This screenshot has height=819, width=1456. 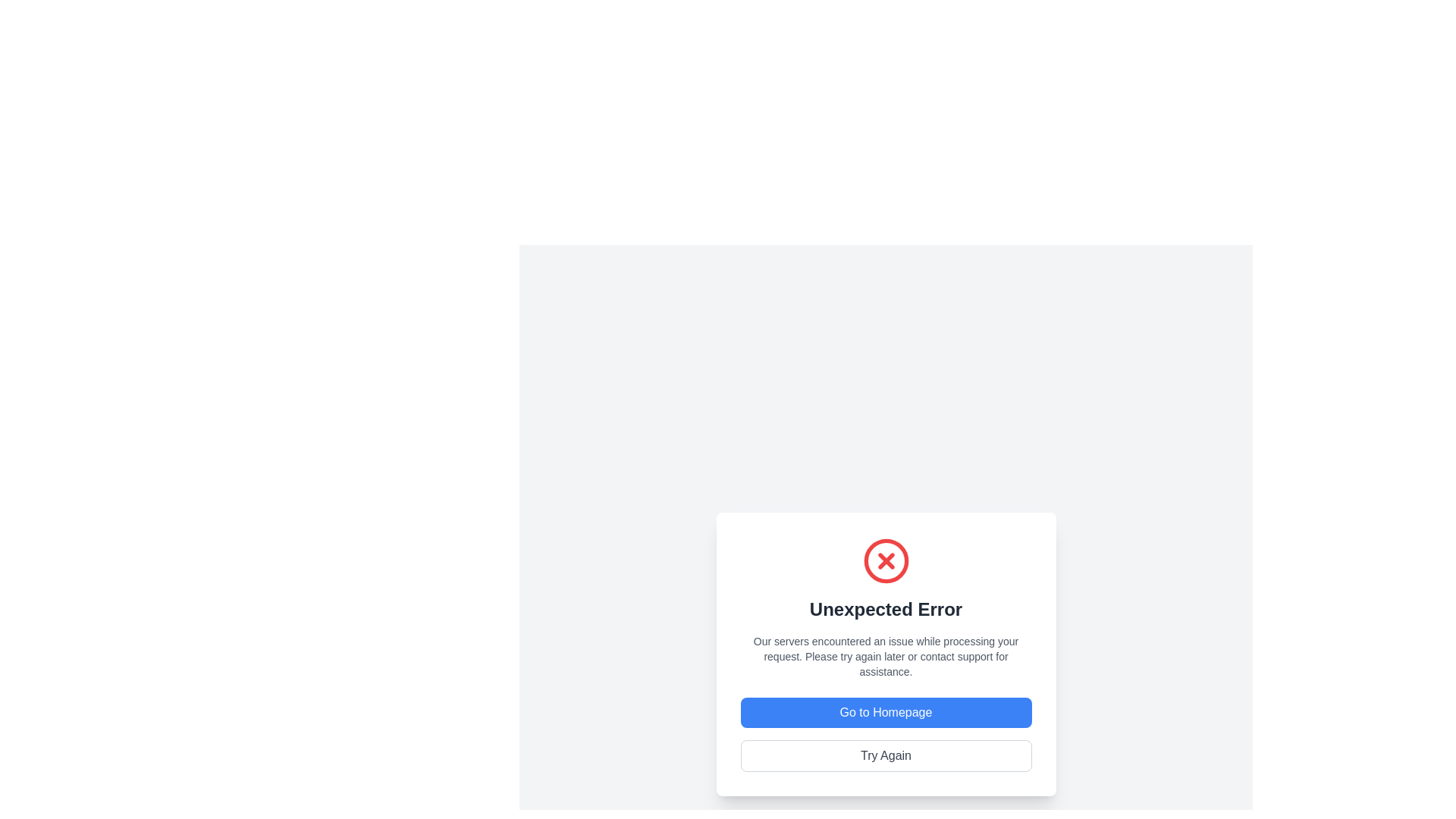 I want to click on the graphical icon represented by two thick intersecting lines forming an 'X', which symbolizes a close or error indication, located at the center of the error card above the error message text, so click(x=886, y=561).